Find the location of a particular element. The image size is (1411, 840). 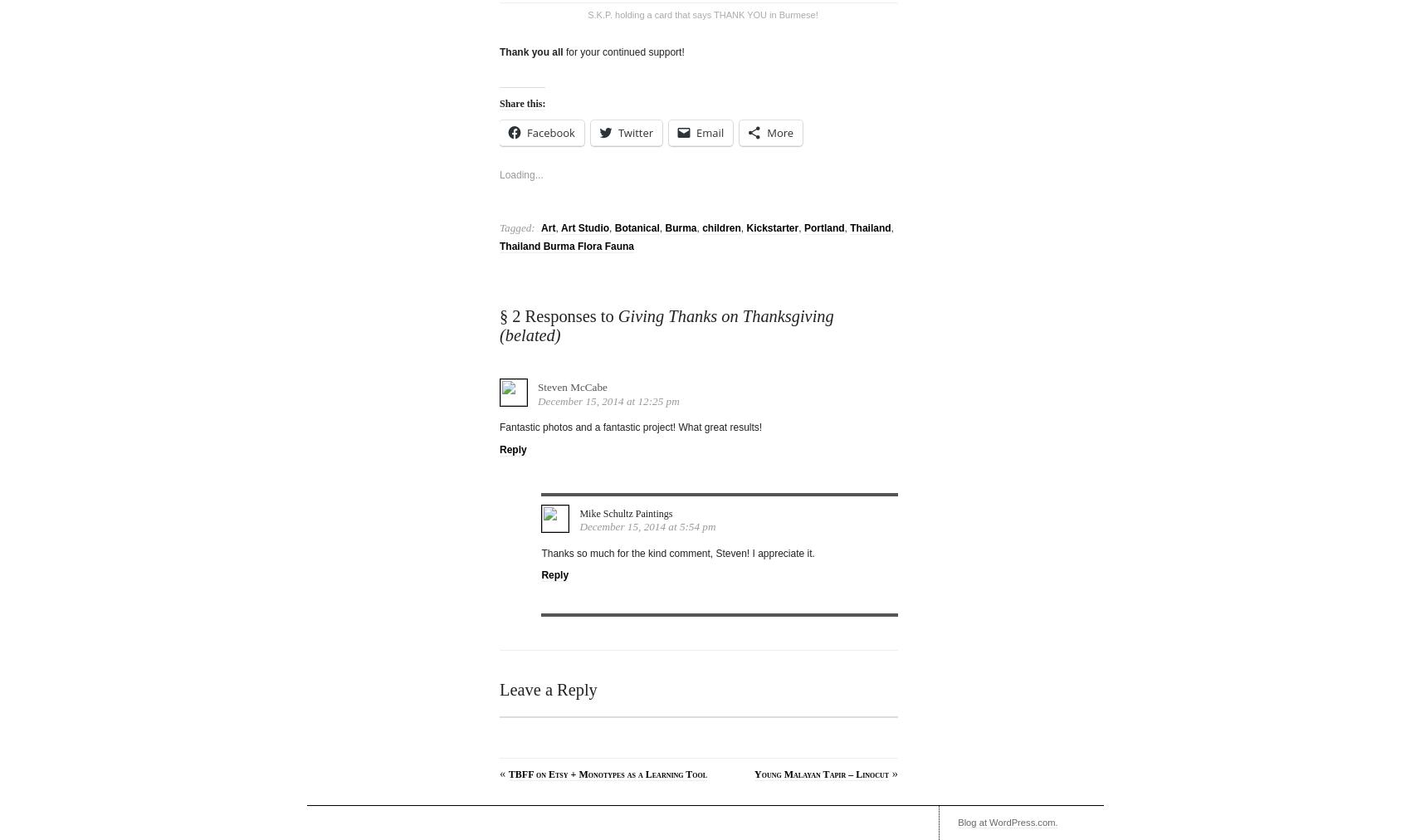

'Email' is located at coordinates (710, 132).